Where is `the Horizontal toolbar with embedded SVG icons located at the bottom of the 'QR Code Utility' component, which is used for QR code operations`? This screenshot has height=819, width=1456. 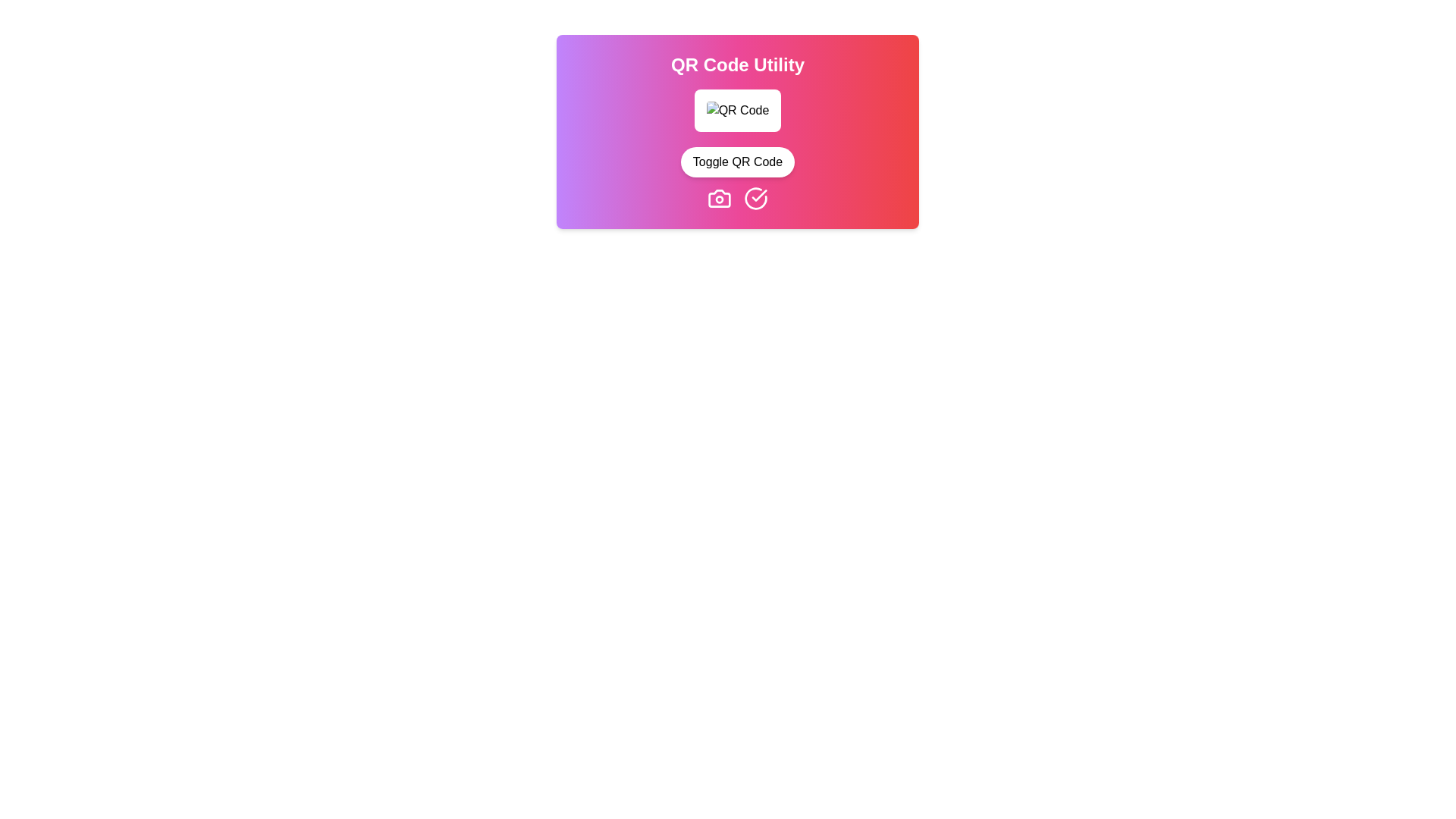
the Horizontal toolbar with embedded SVG icons located at the bottom of the 'QR Code Utility' component, which is used for QR code operations is located at coordinates (738, 198).